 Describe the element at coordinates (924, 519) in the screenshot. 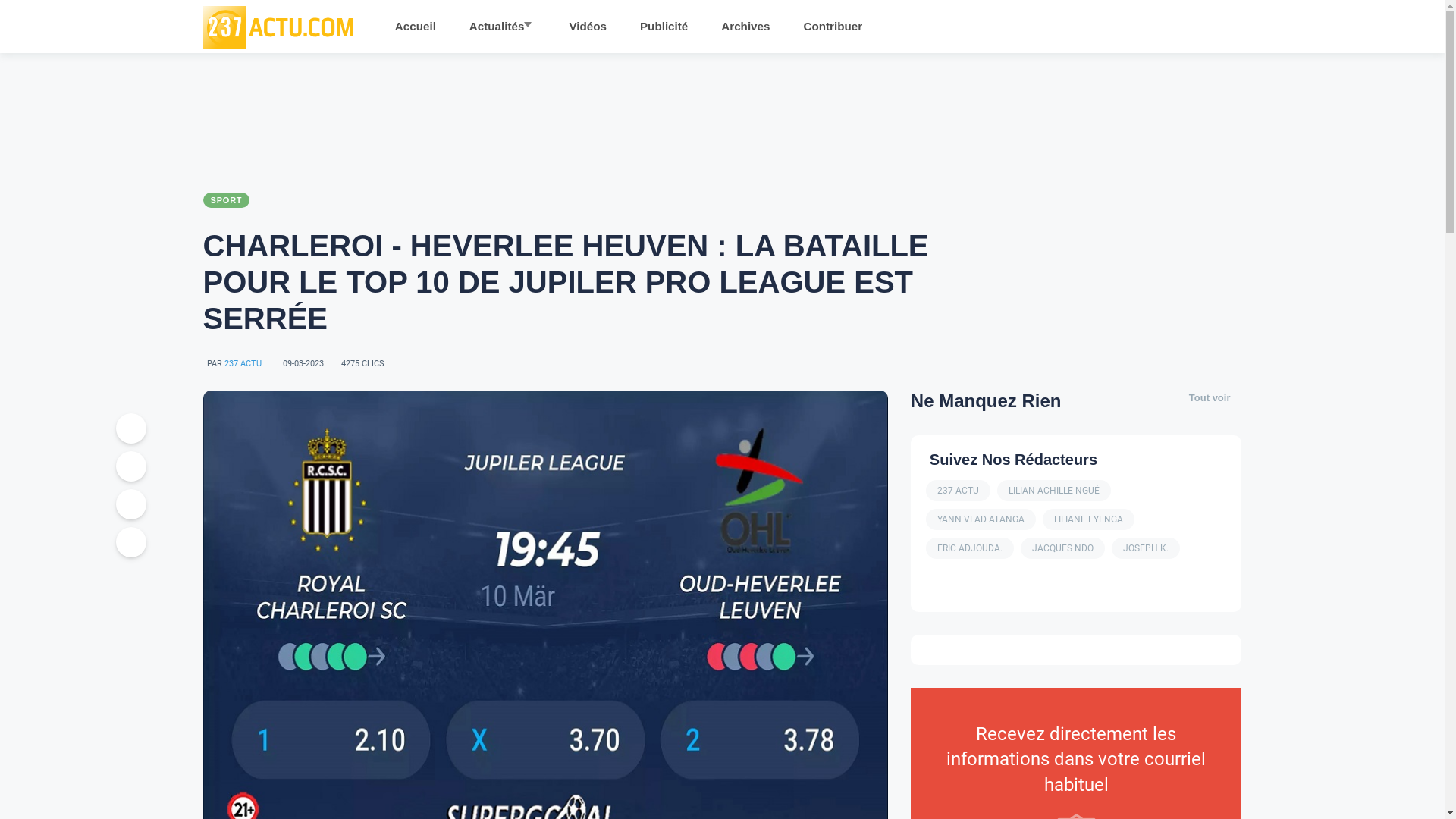

I see `'YANN VLAD ATANGA'` at that location.